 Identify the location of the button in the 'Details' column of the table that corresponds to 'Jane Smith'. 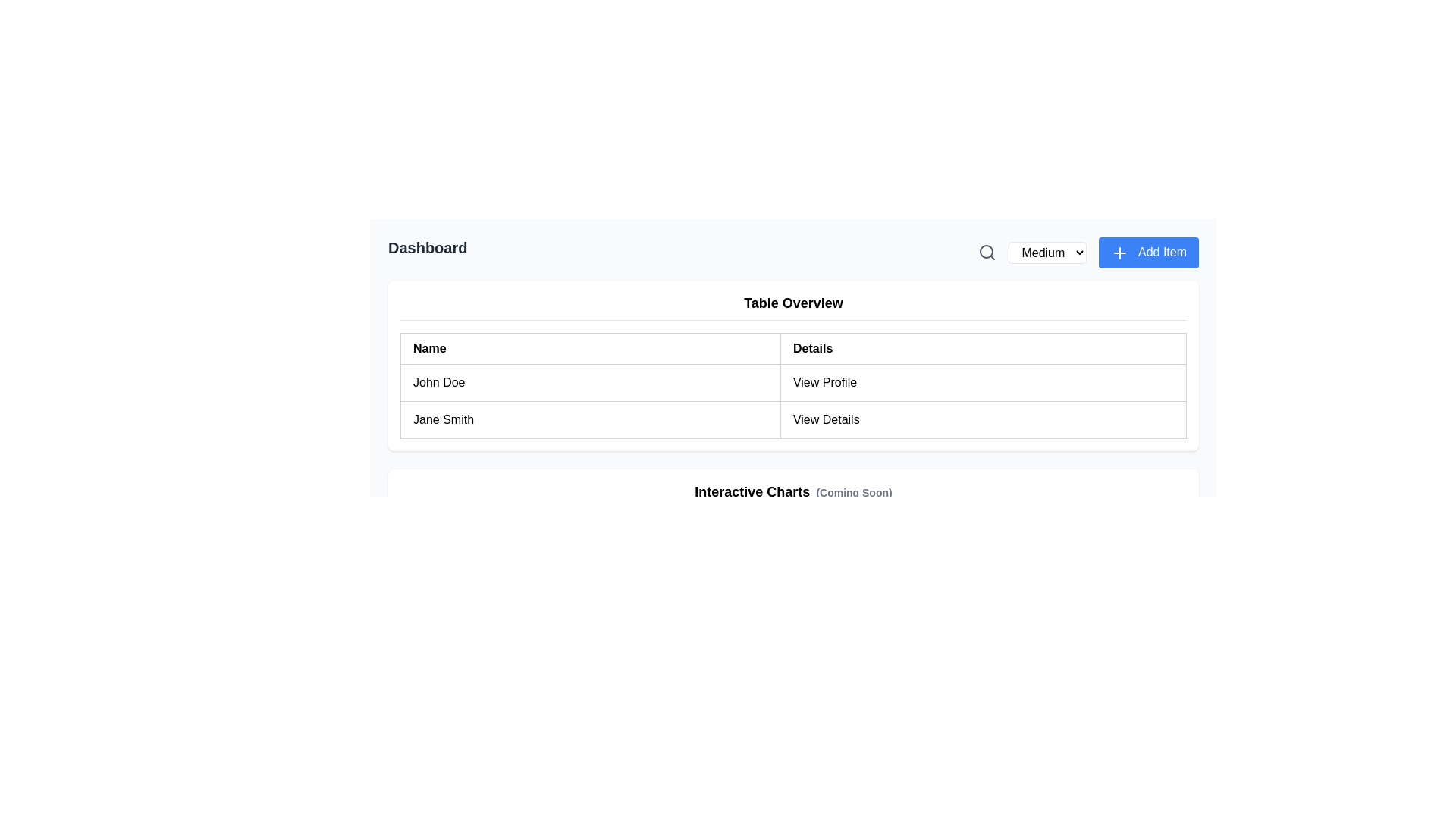
(983, 419).